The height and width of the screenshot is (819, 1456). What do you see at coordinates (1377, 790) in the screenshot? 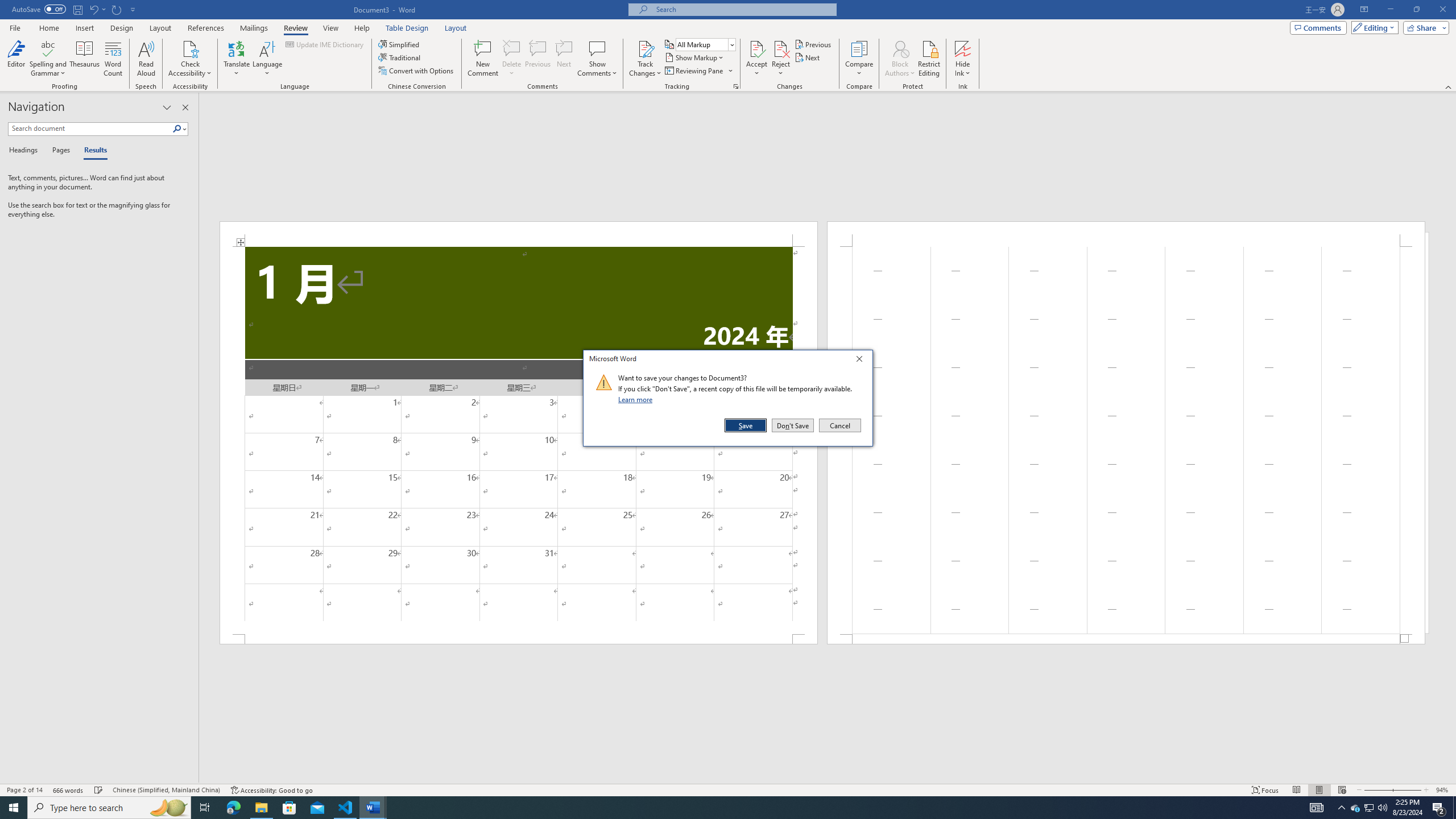
I see `'Zoom Out'` at bounding box center [1377, 790].